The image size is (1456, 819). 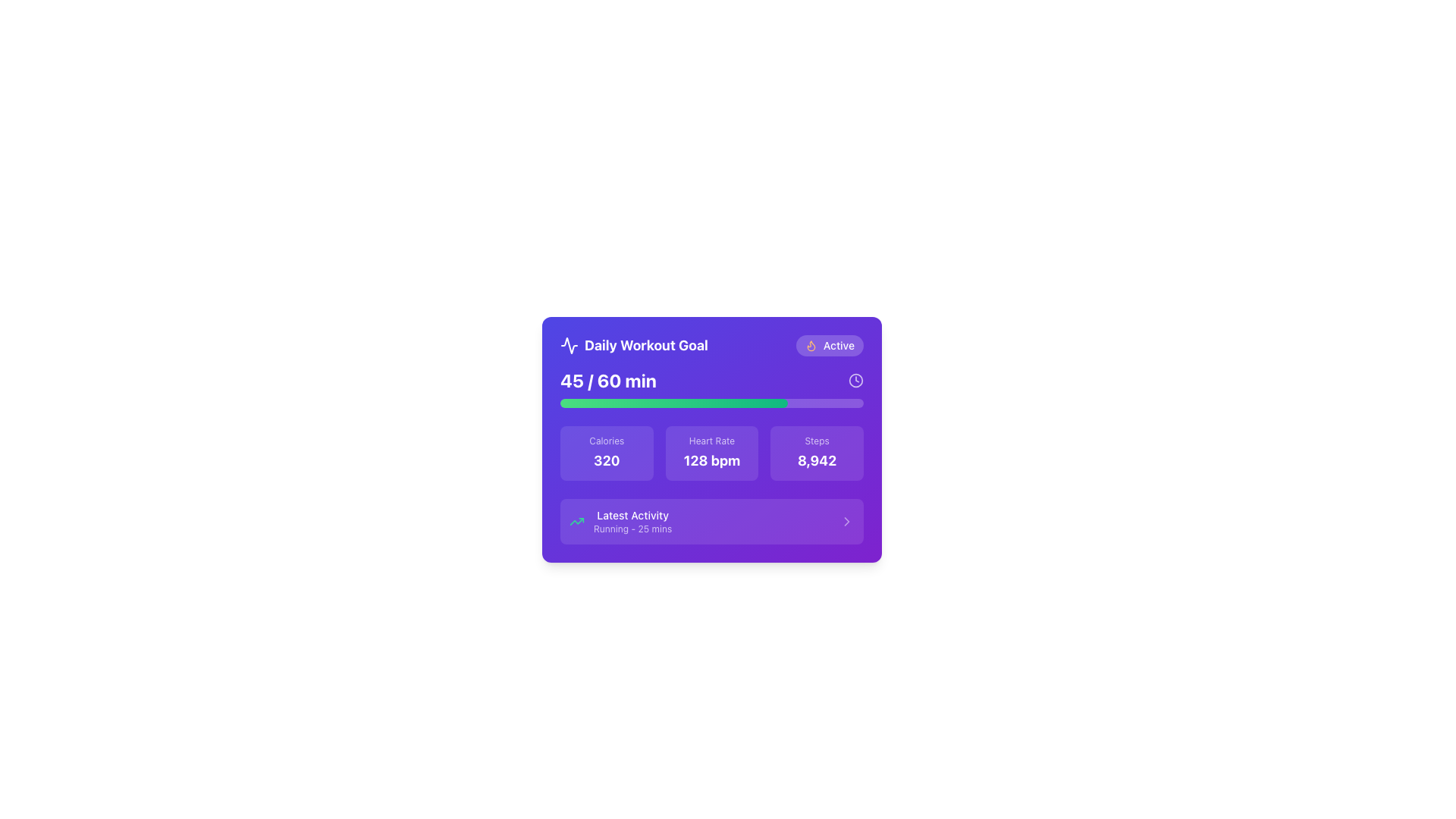 I want to click on the clock icon that represents the time-based information '45 / 60 min', located in the top-right corner of the card, so click(x=855, y=379).